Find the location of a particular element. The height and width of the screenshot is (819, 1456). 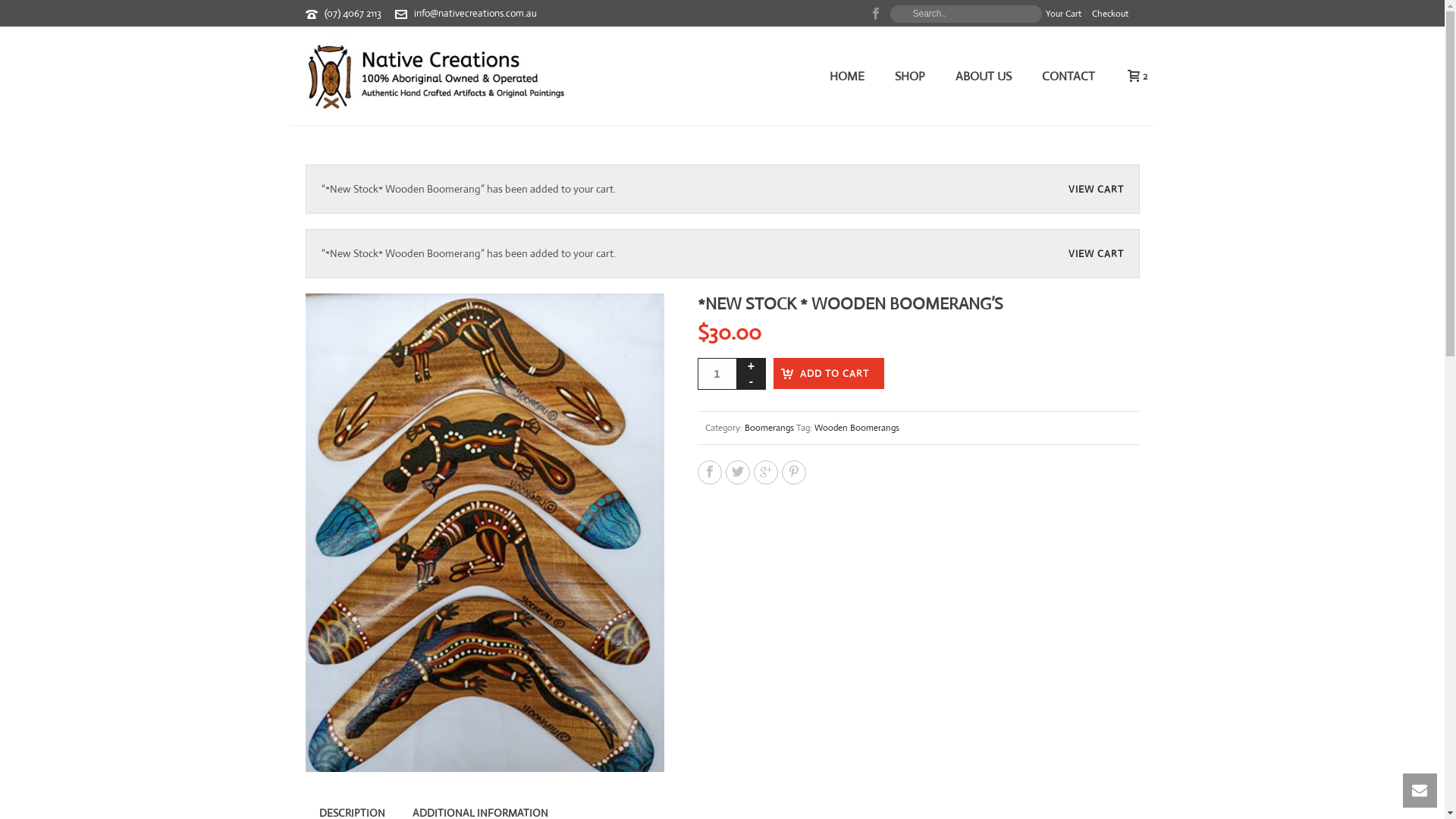

'Checkout' is located at coordinates (1109, 14).